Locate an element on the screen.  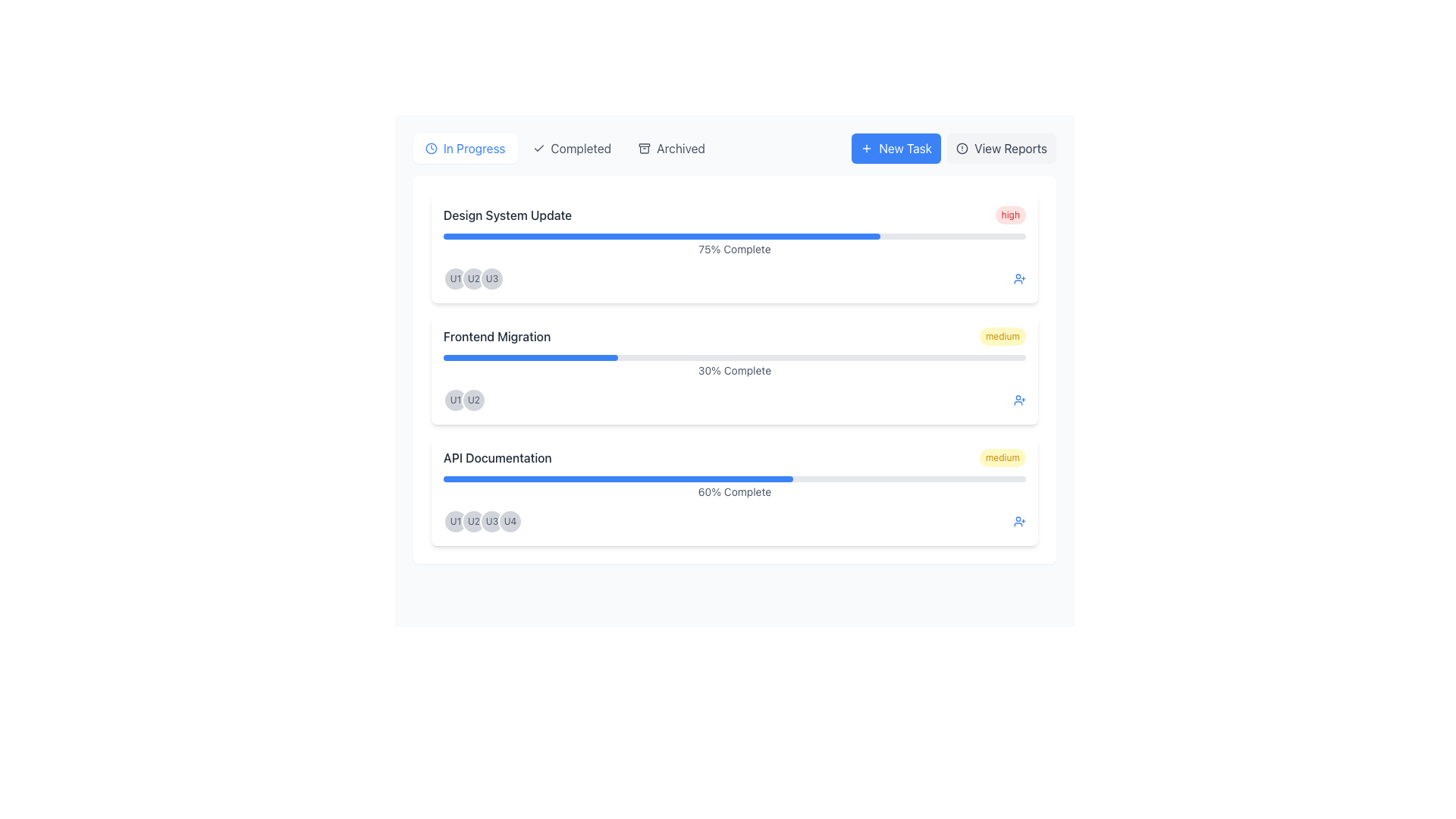
a user icon in the 'API Documentation' section is located at coordinates (482, 520).